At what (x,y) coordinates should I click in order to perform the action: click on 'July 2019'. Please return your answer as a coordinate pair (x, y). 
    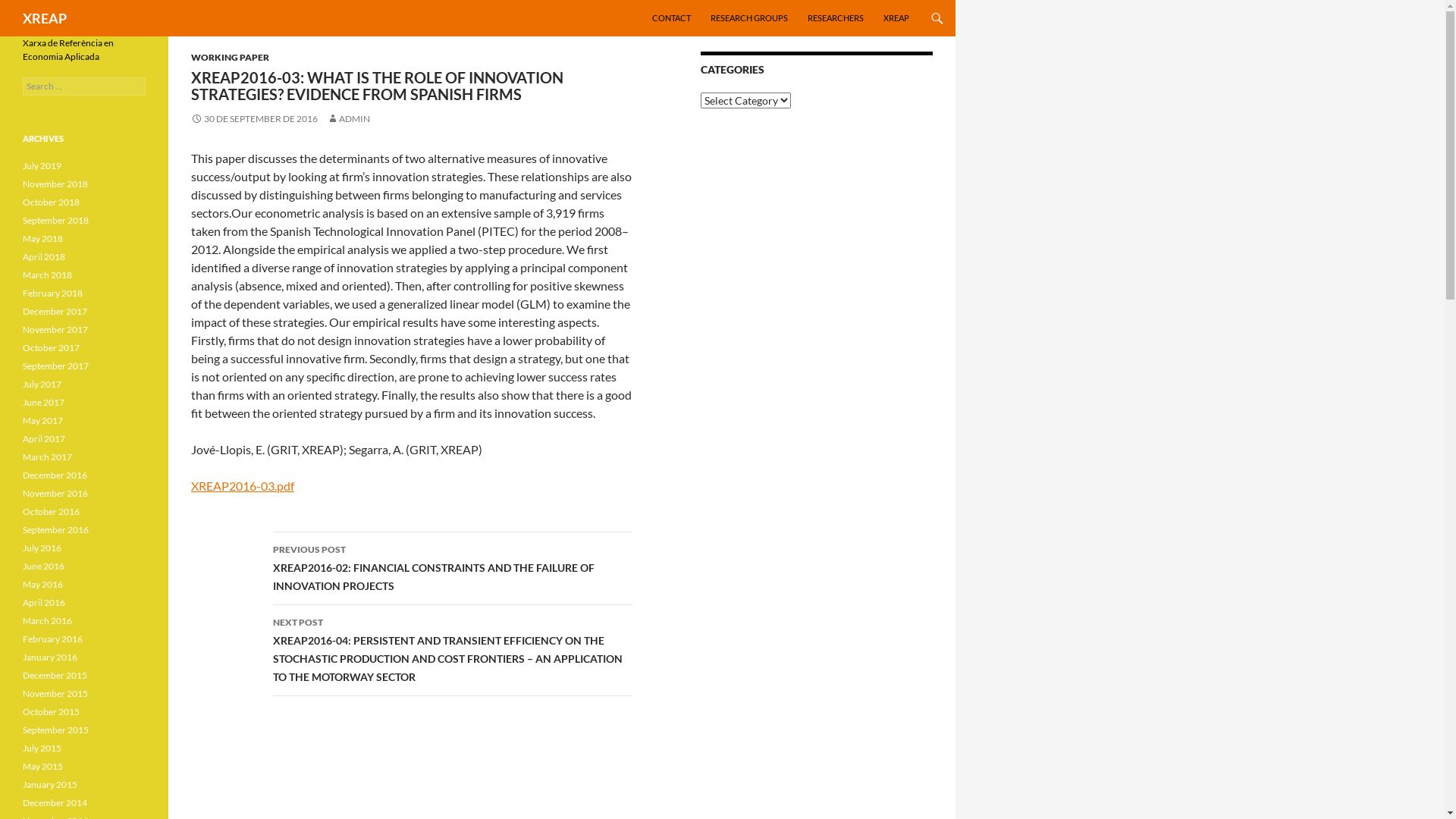
    Looking at the image, I should click on (42, 165).